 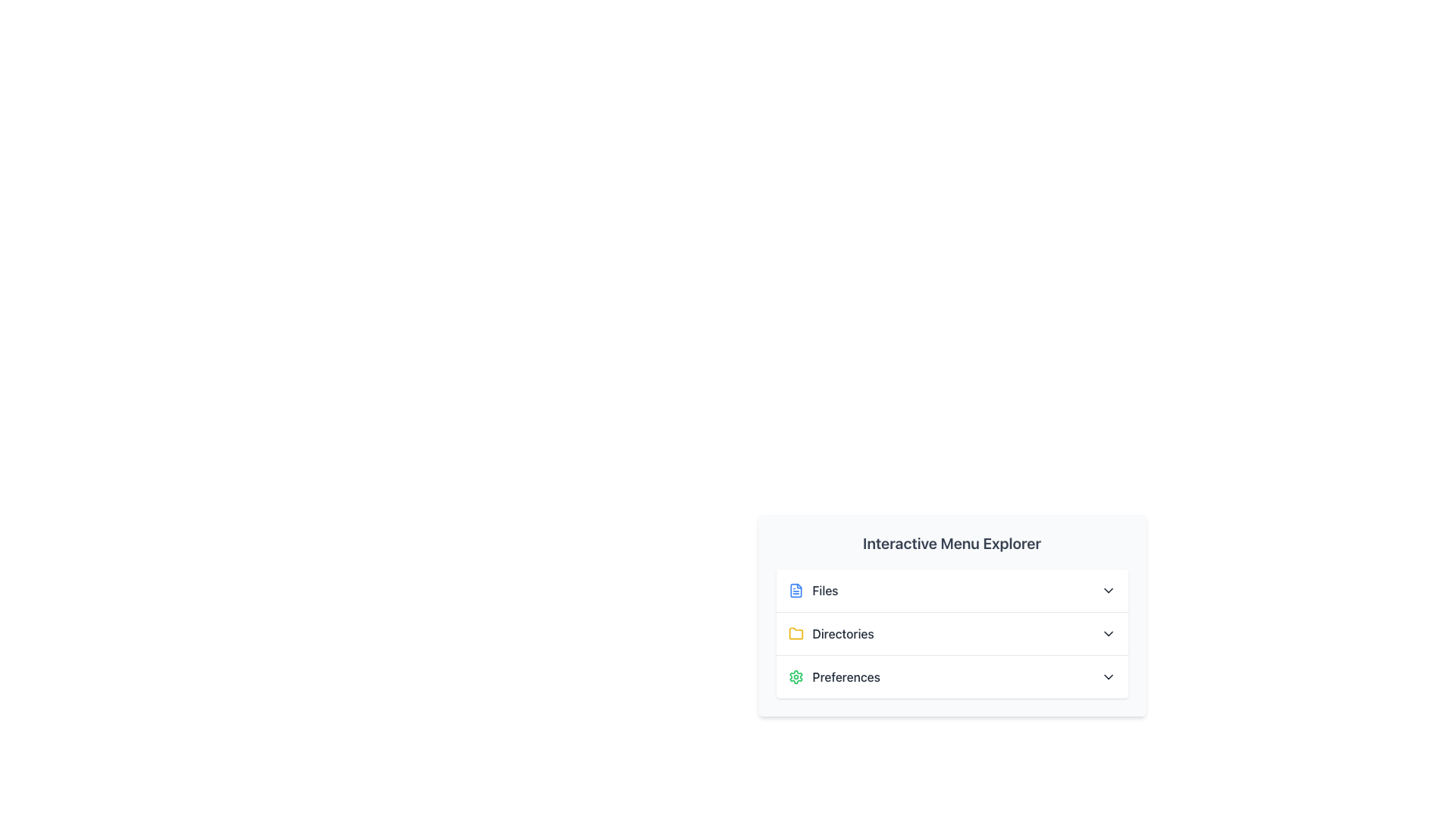 What do you see at coordinates (795, 590) in the screenshot?
I see `the blue document icon located to the left of the 'Files' label` at bounding box center [795, 590].